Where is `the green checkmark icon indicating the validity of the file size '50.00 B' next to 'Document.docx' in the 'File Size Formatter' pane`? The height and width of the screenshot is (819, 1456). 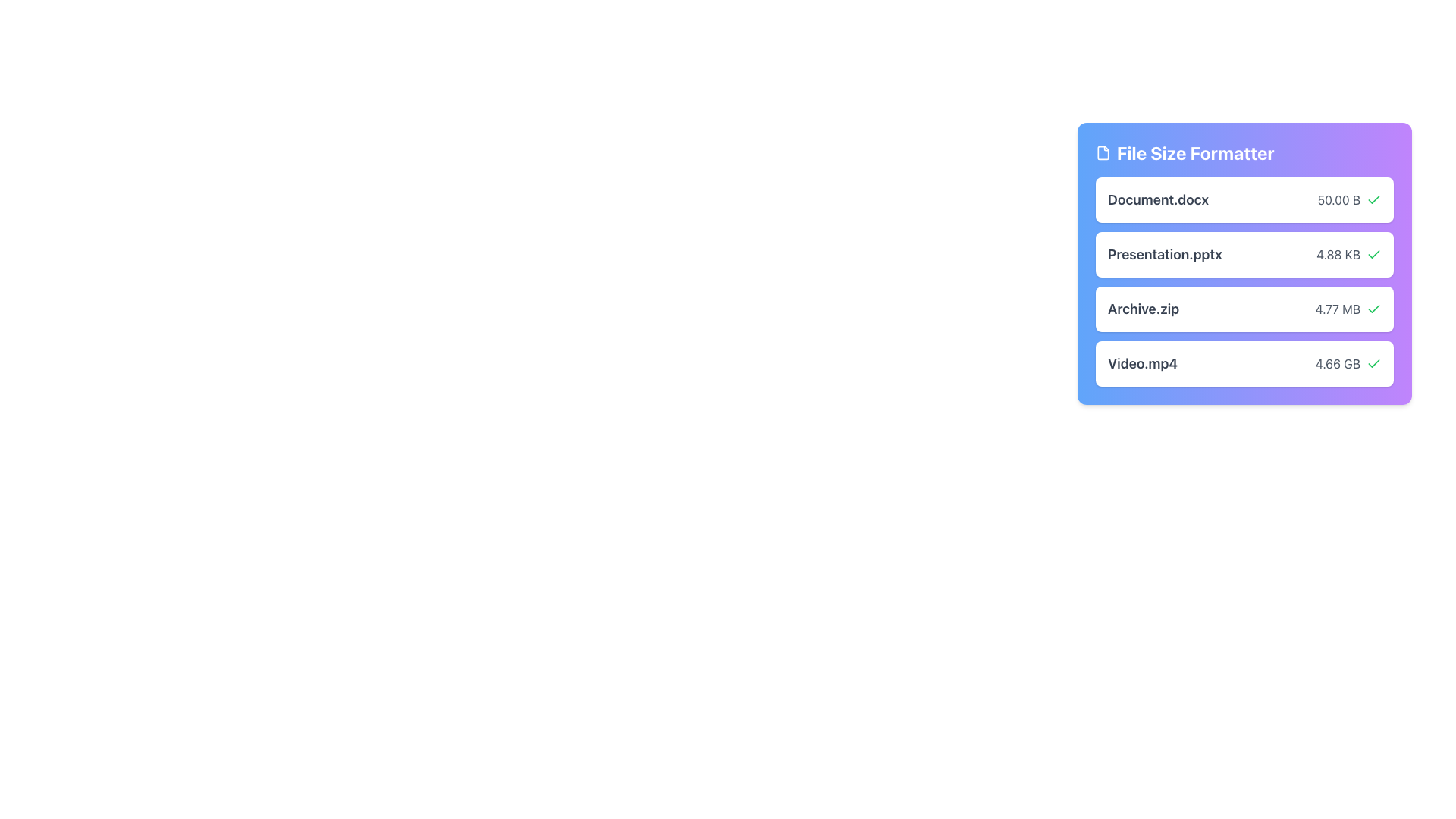 the green checkmark icon indicating the validity of the file size '50.00 B' next to 'Document.docx' in the 'File Size Formatter' pane is located at coordinates (1349, 199).